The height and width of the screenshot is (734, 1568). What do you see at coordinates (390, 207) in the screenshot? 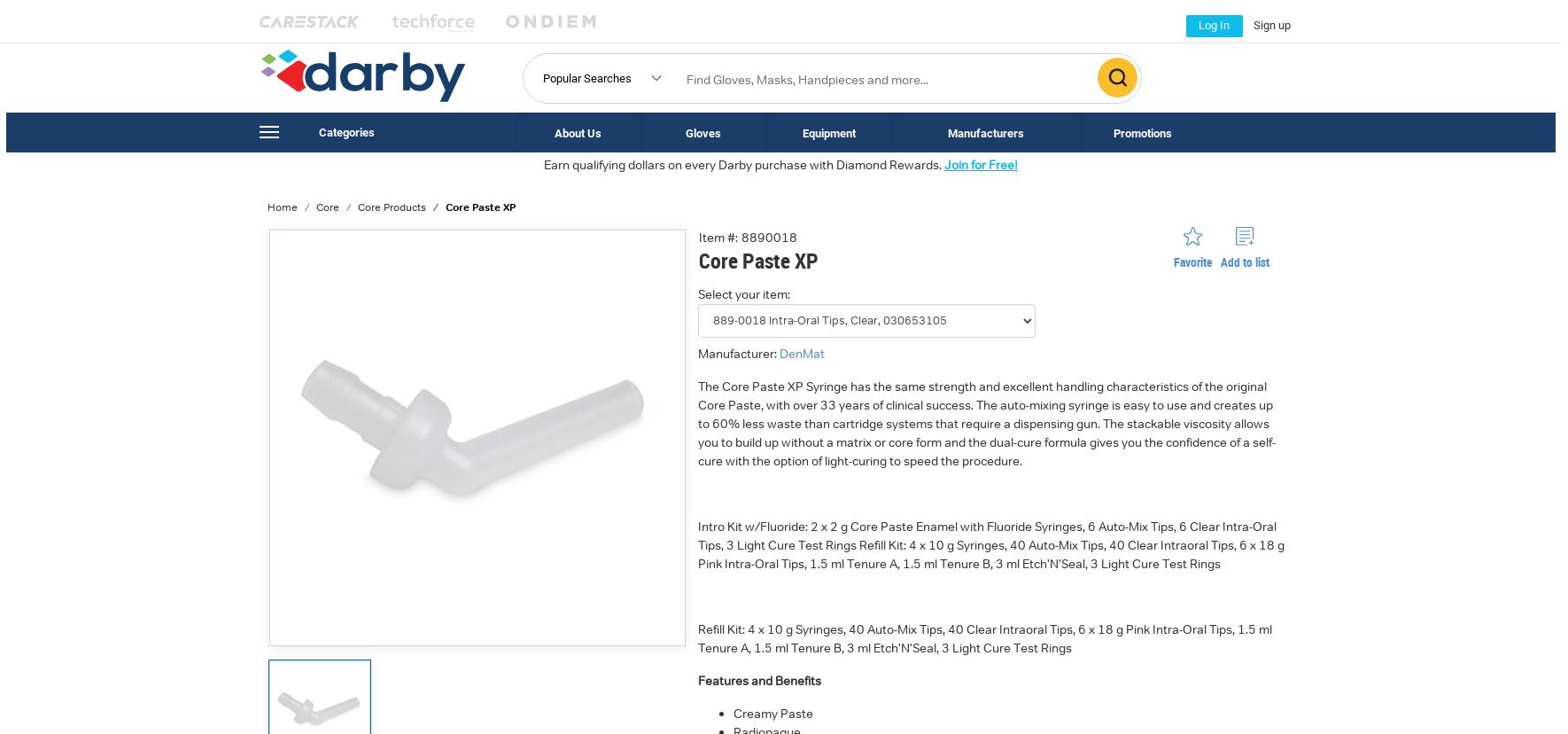
I see `'Core Products'` at bounding box center [390, 207].